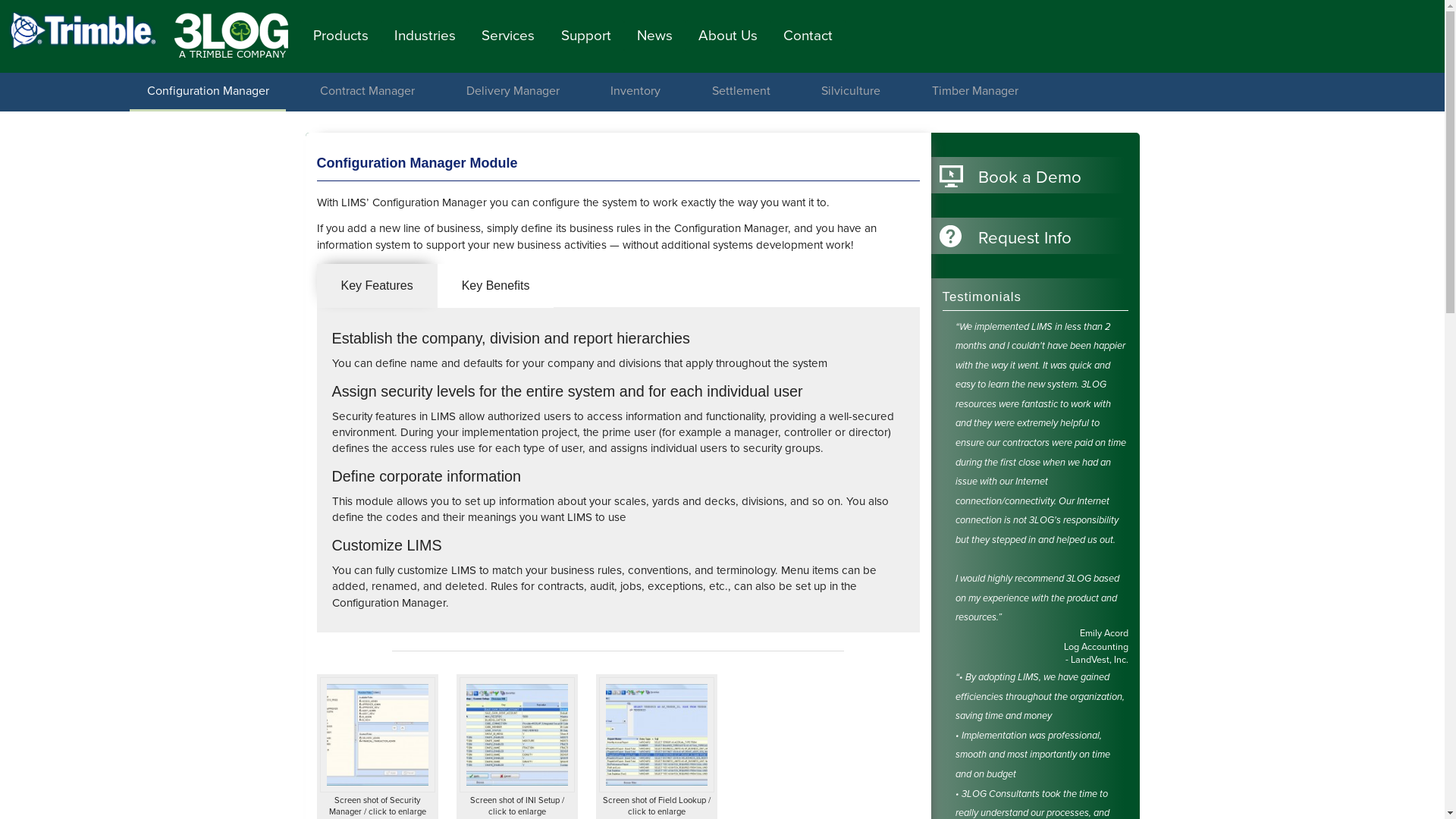  I want to click on 'Services', so click(508, 35).